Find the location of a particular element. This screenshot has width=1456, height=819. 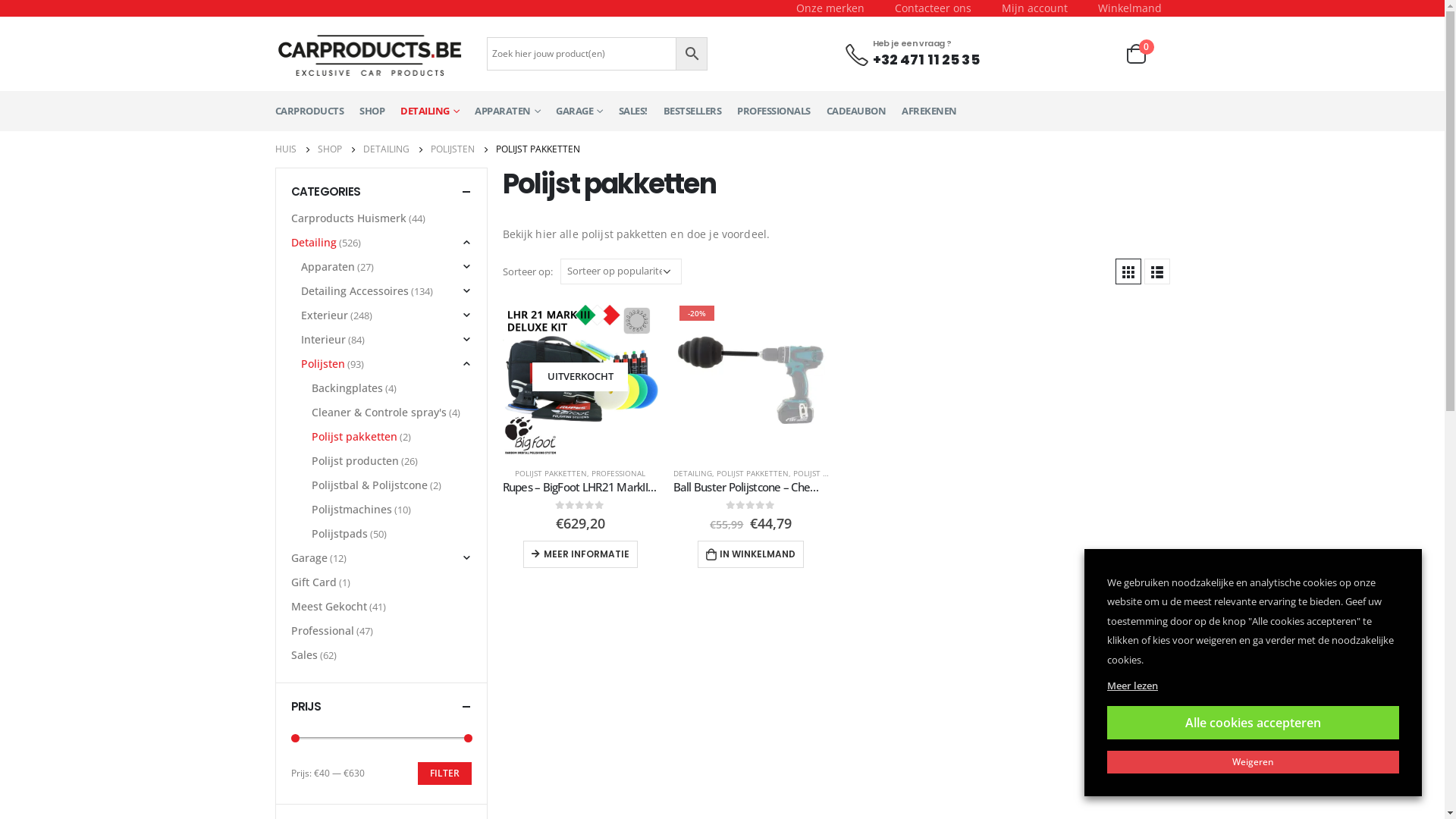

'Gift Card' is located at coordinates (312, 581).